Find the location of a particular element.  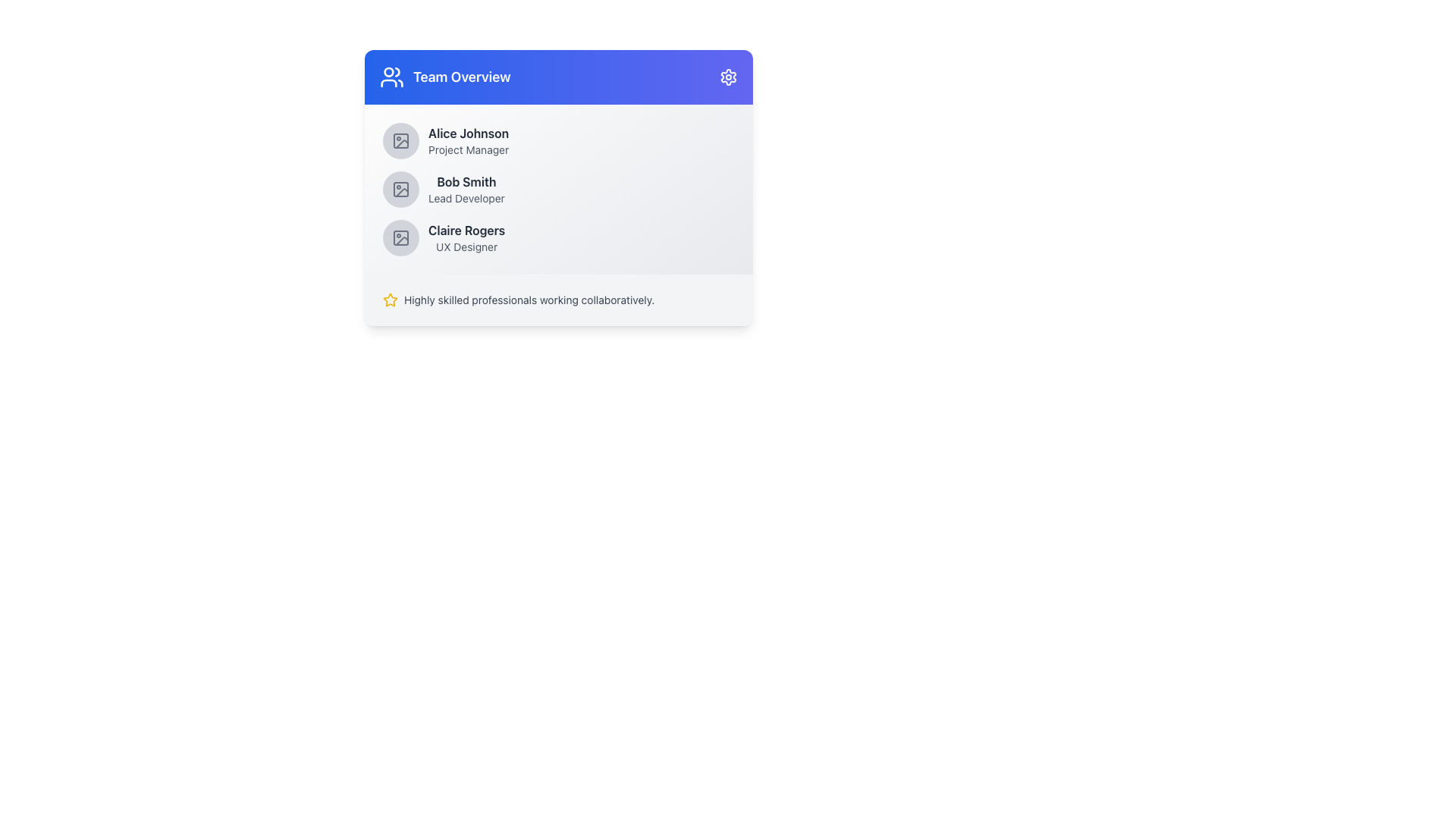

text label displaying 'Bob Smith', which is in bold dark gray font, positioned above the role 'Lead Developer' in the Team Overview list is located at coordinates (466, 180).